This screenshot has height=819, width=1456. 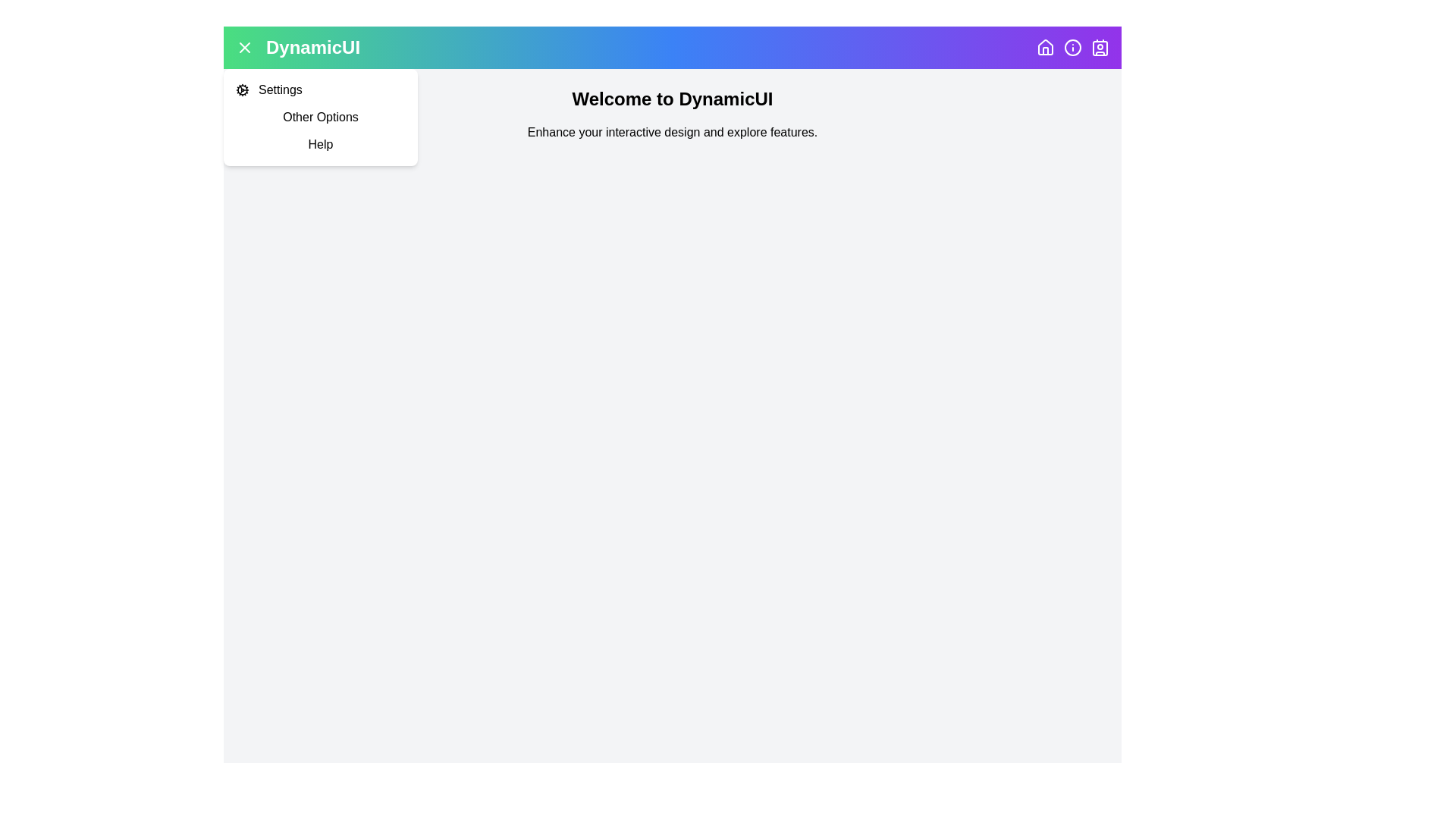 What do you see at coordinates (1044, 45) in the screenshot?
I see `the home icon, which is styled like a house and located on the right side of the top navigation bar` at bounding box center [1044, 45].